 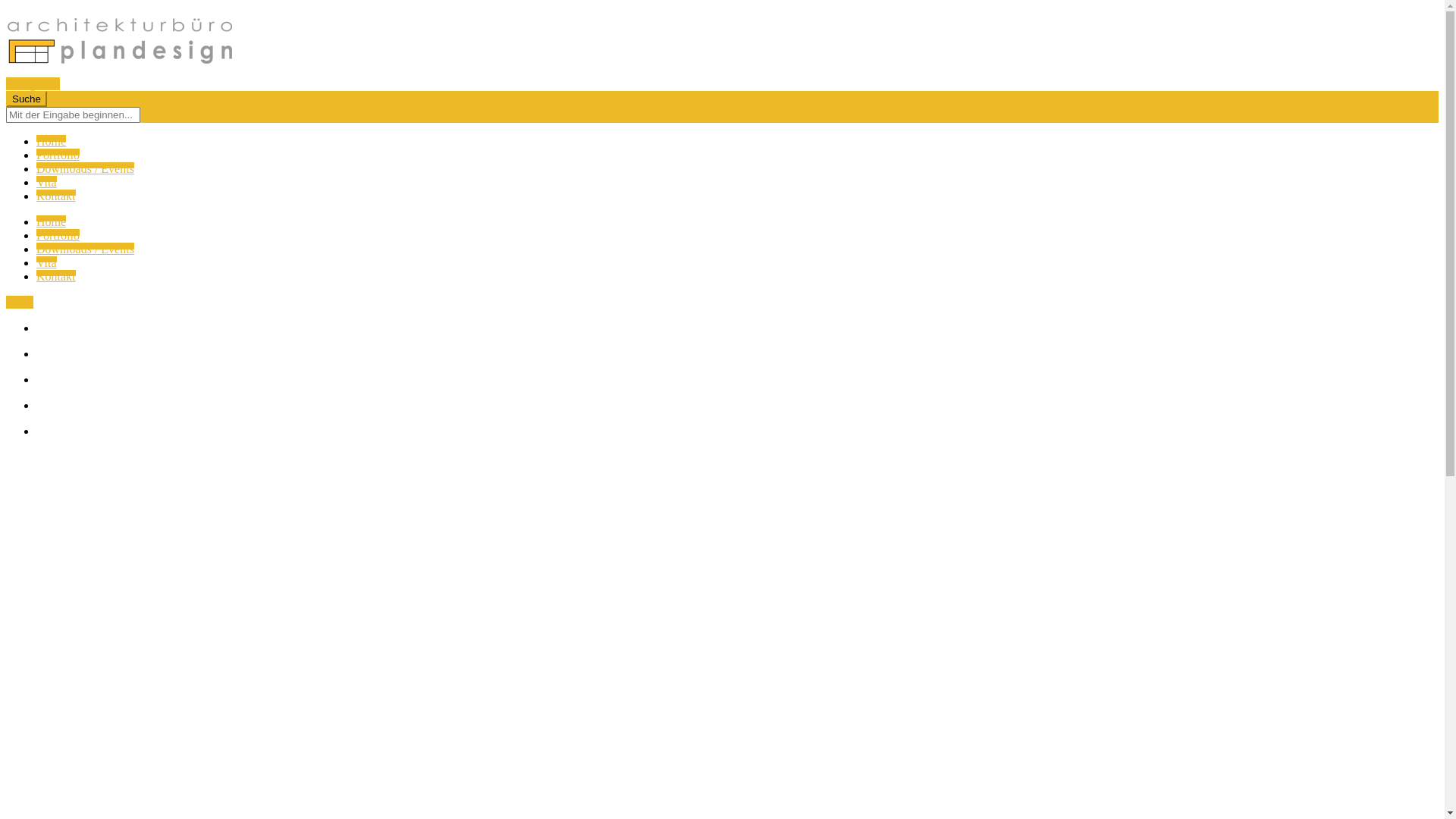 What do you see at coordinates (36, 168) in the screenshot?
I see `'Downloads / Events'` at bounding box center [36, 168].